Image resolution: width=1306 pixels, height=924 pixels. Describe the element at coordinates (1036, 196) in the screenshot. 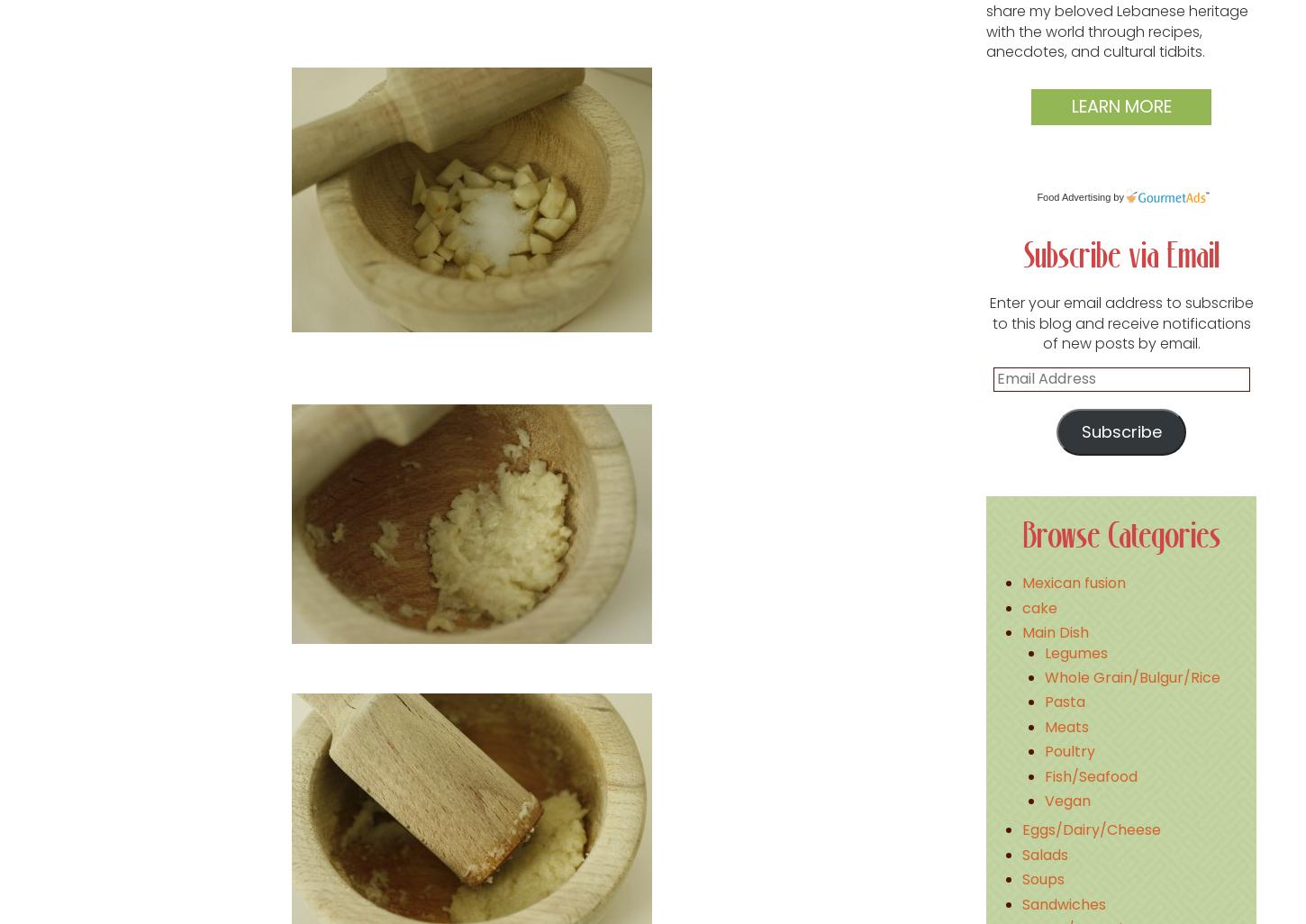

I see `'Food Advertising'` at that location.